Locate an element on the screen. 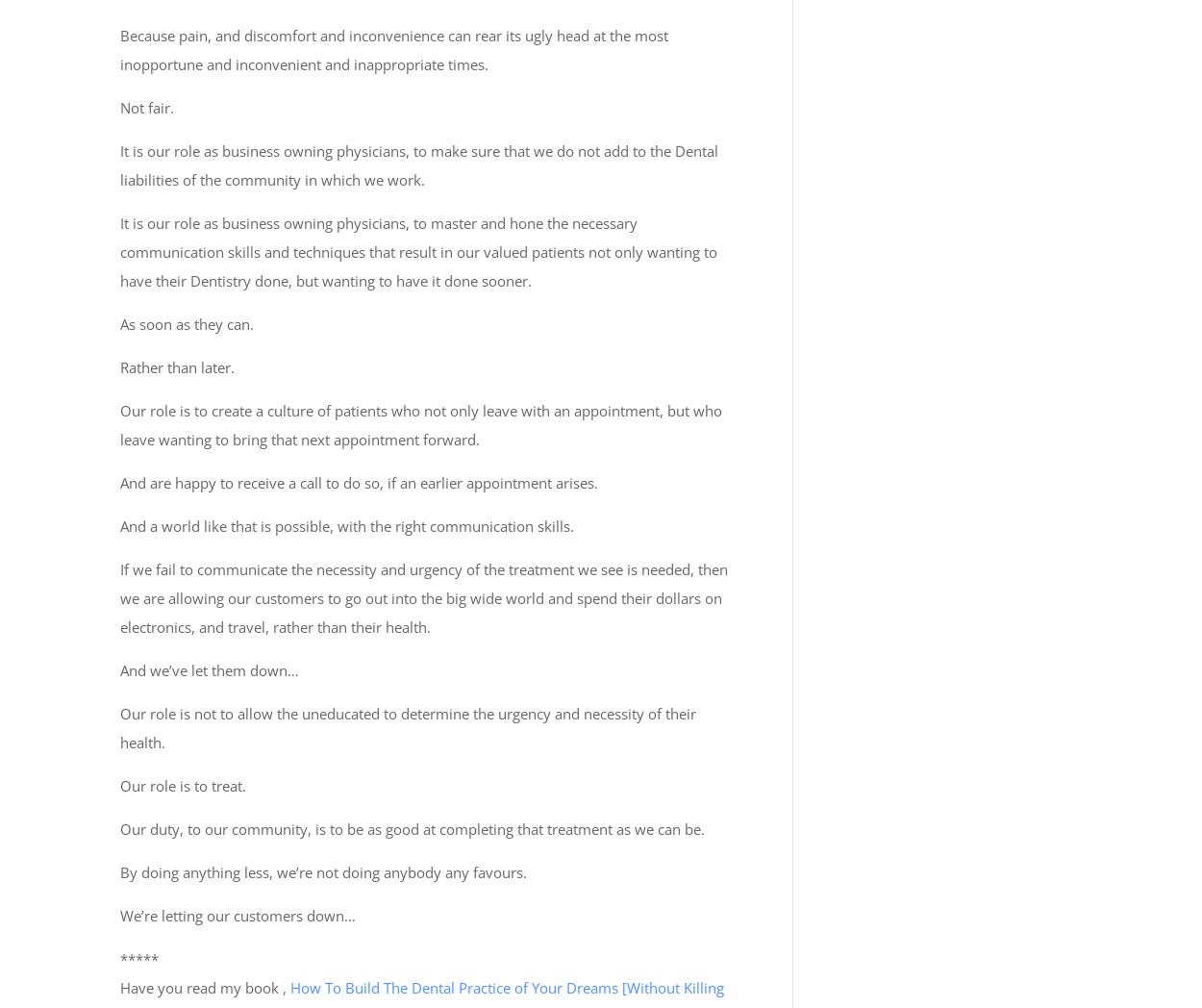 The image size is (1202, 1008). 'By doing anything less, we’re not doing anybody any favours.' is located at coordinates (322, 871).